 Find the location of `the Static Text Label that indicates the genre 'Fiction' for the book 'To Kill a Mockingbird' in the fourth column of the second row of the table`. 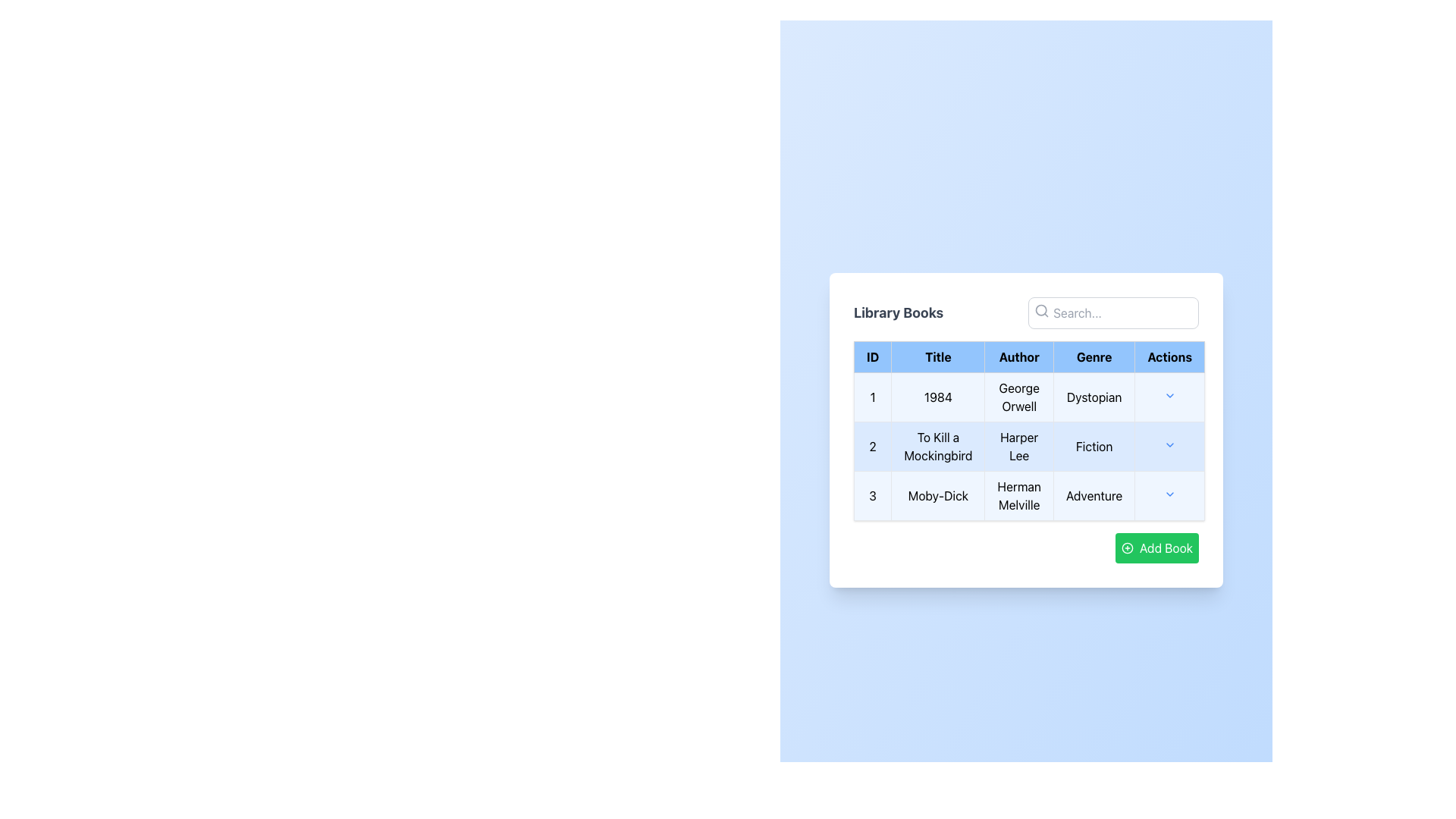

the Static Text Label that indicates the genre 'Fiction' for the book 'To Kill a Mockingbird' in the fourth column of the second row of the table is located at coordinates (1094, 445).